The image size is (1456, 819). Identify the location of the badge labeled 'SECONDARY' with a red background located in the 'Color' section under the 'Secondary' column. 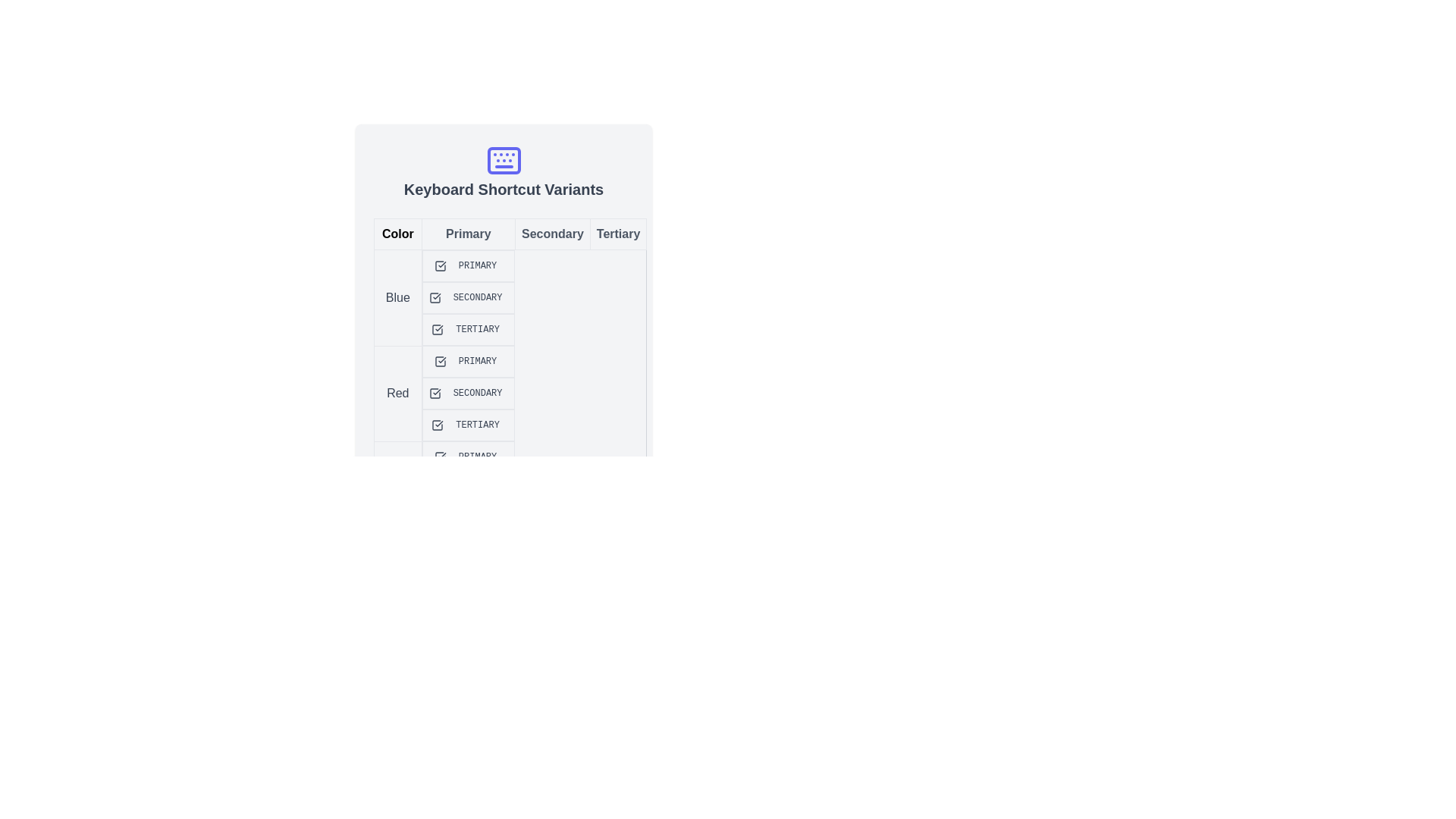
(477, 393).